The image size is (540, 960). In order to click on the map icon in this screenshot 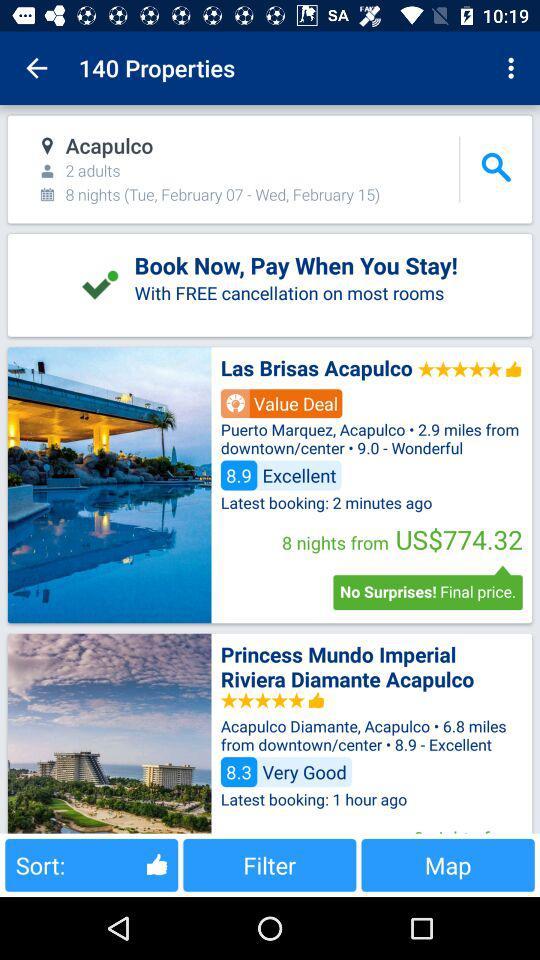, I will do `click(448, 864)`.